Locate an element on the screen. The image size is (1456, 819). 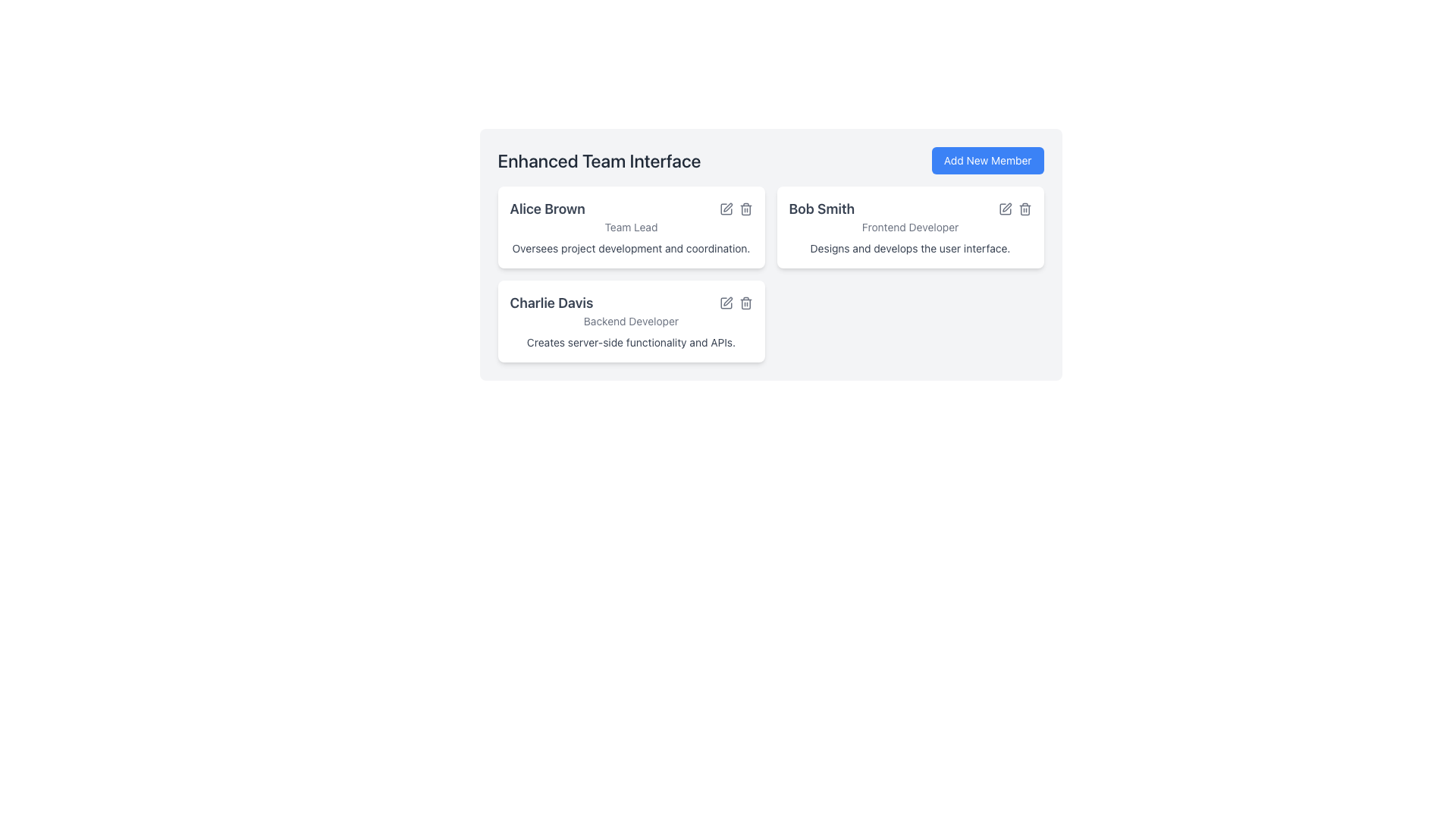
the trash can icon button located in the 'Bob Smith' card is located at coordinates (1025, 209).